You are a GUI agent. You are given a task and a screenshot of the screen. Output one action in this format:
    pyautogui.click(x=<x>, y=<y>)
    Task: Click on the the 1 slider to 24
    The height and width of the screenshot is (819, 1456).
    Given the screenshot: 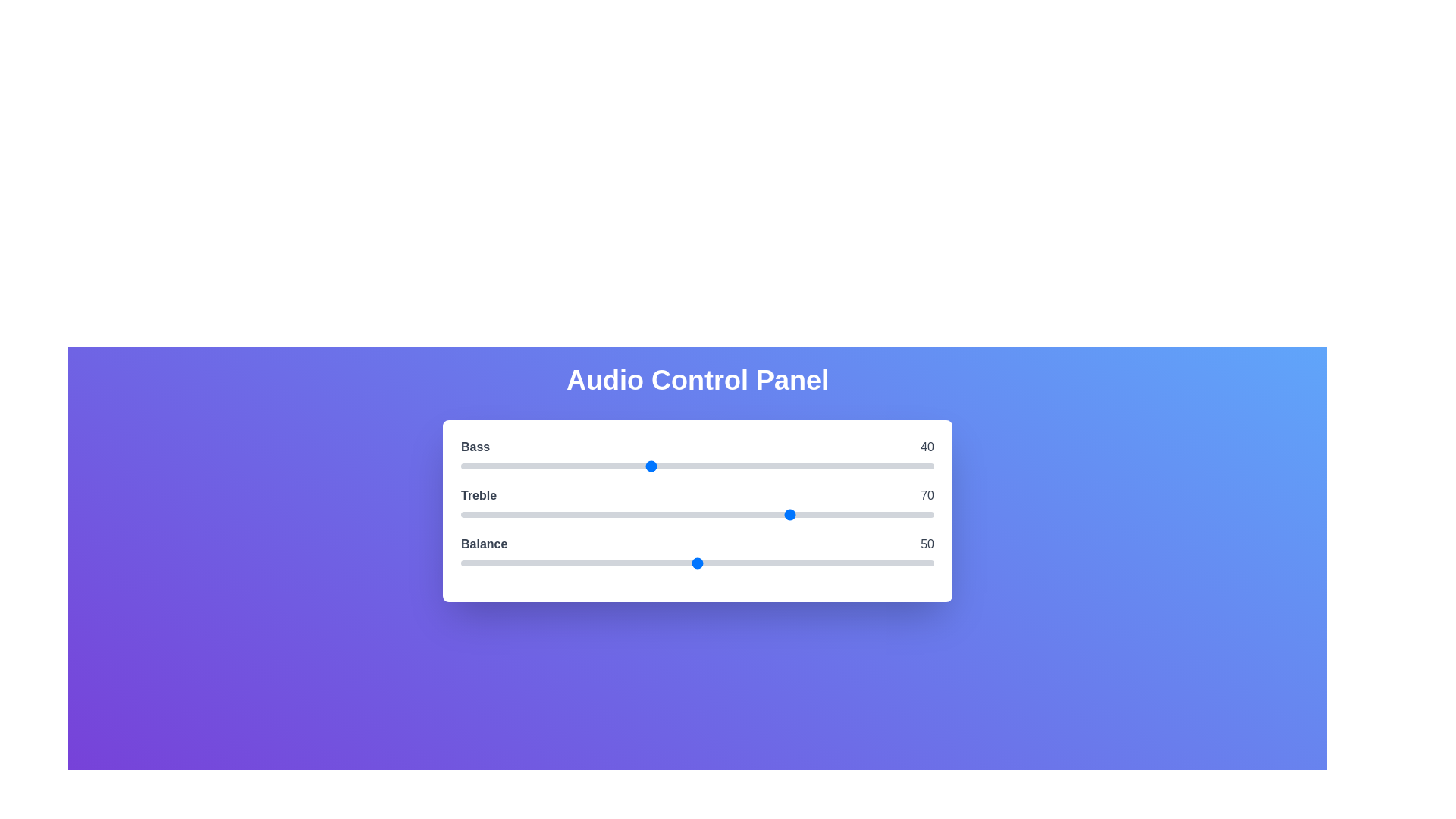 What is the action you would take?
    pyautogui.click(x=573, y=513)
    